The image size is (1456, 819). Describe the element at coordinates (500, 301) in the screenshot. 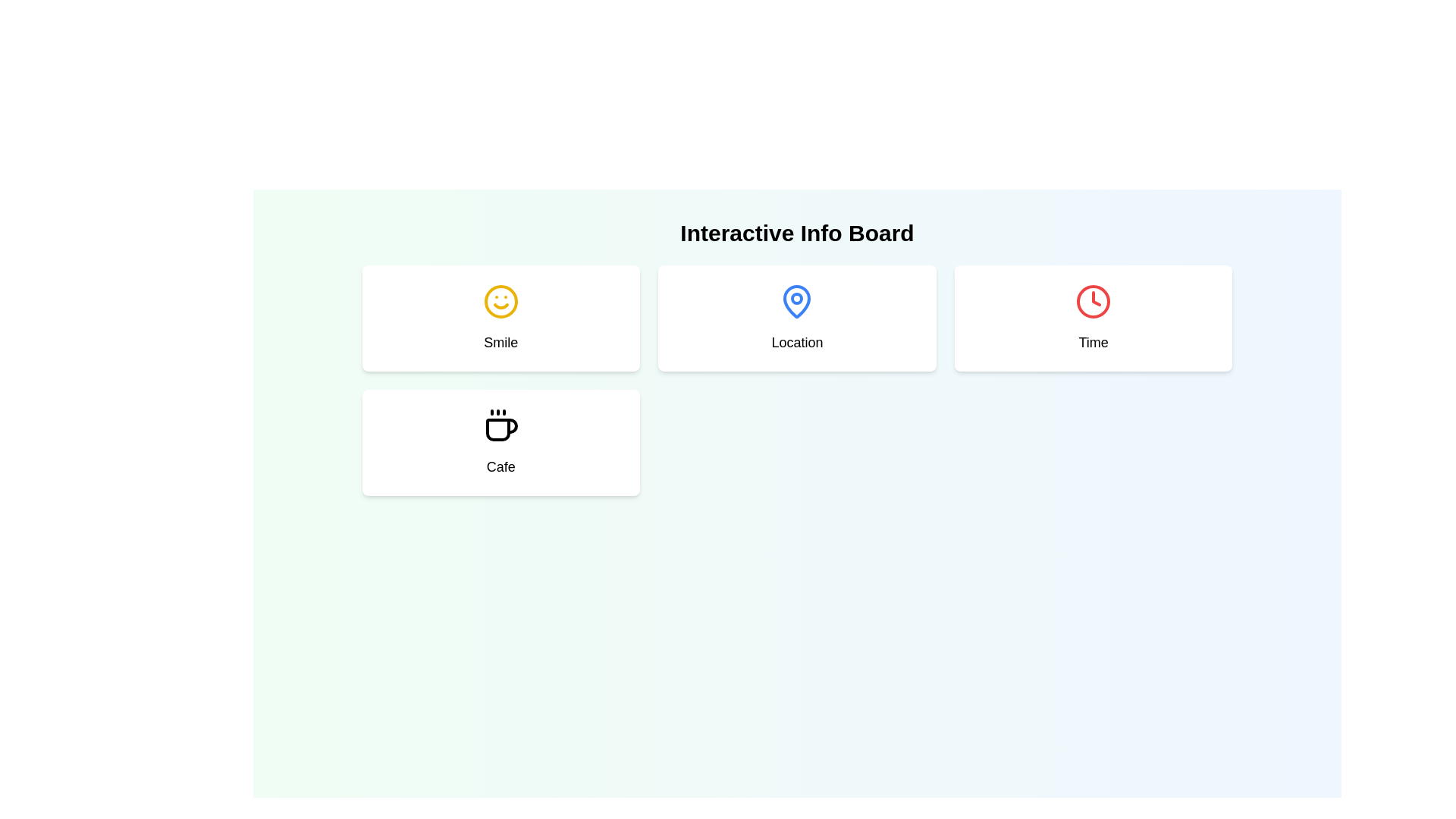

I see `the 'Smile' icon located in the top-left card of the four-card grid layout, which visually represents a positive emotion` at that location.